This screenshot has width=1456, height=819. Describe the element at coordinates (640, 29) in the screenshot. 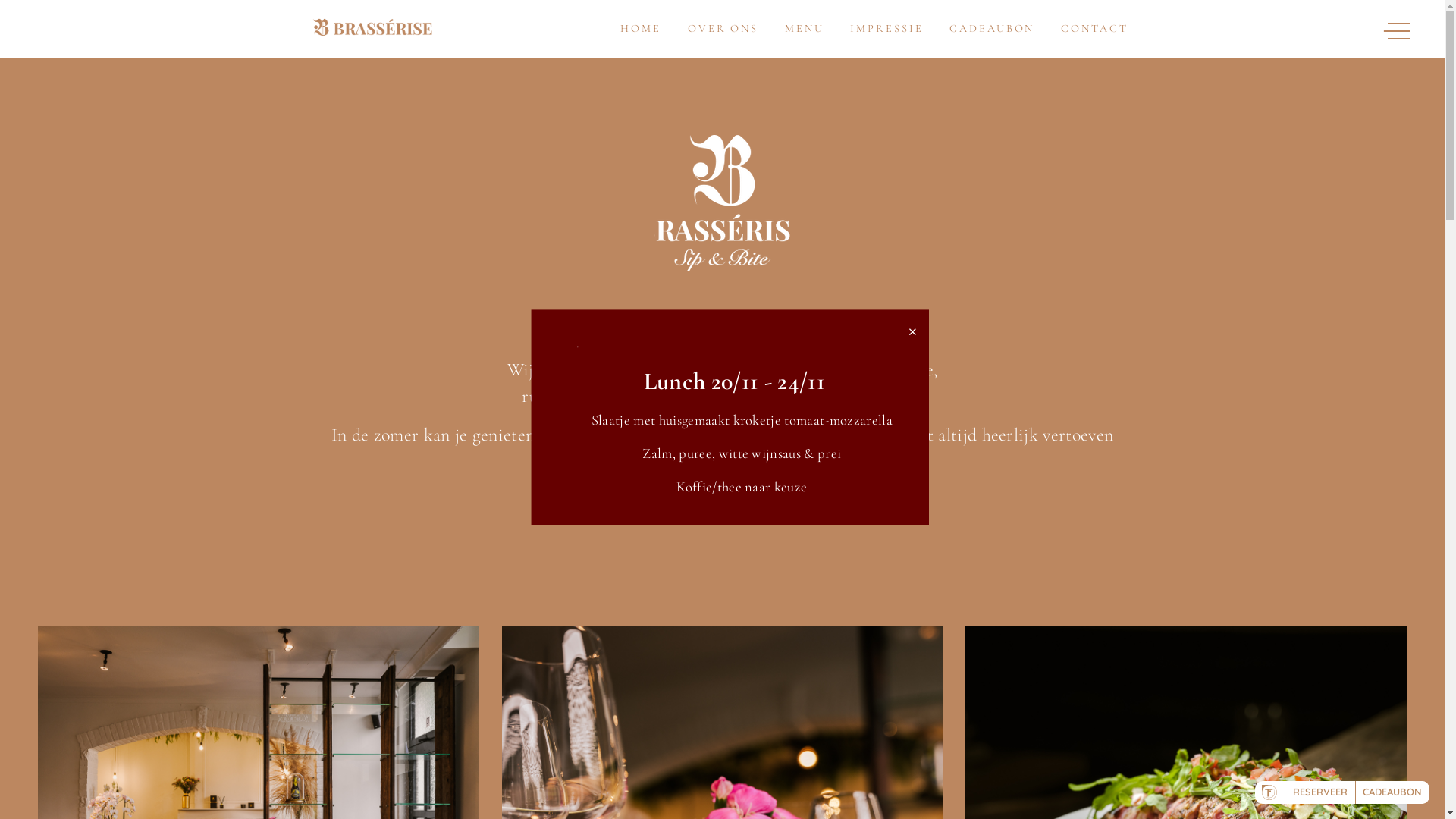

I see `'HOME'` at that location.